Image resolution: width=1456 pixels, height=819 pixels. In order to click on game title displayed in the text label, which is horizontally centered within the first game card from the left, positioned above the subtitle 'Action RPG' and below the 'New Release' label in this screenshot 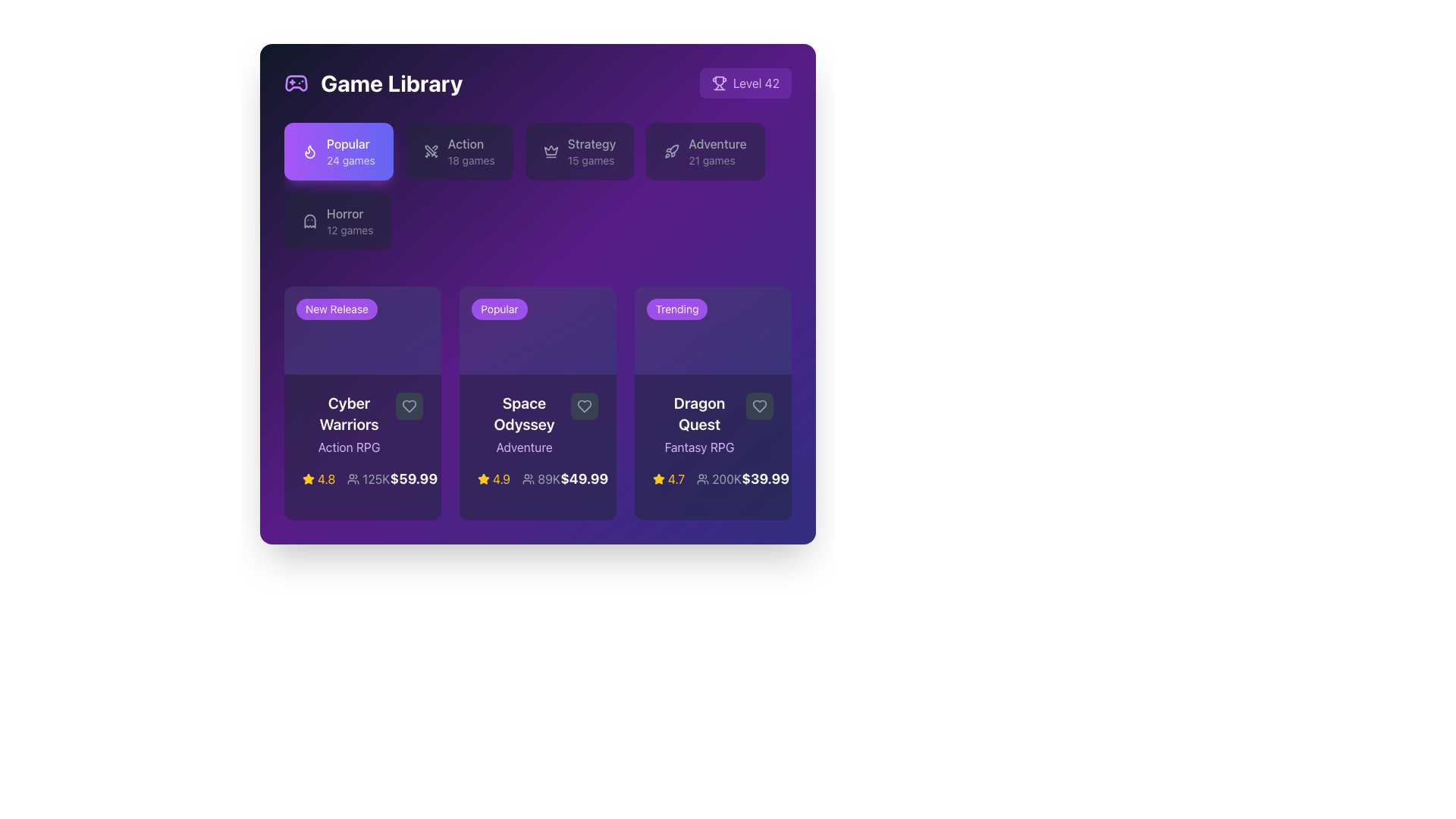, I will do `click(348, 414)`.